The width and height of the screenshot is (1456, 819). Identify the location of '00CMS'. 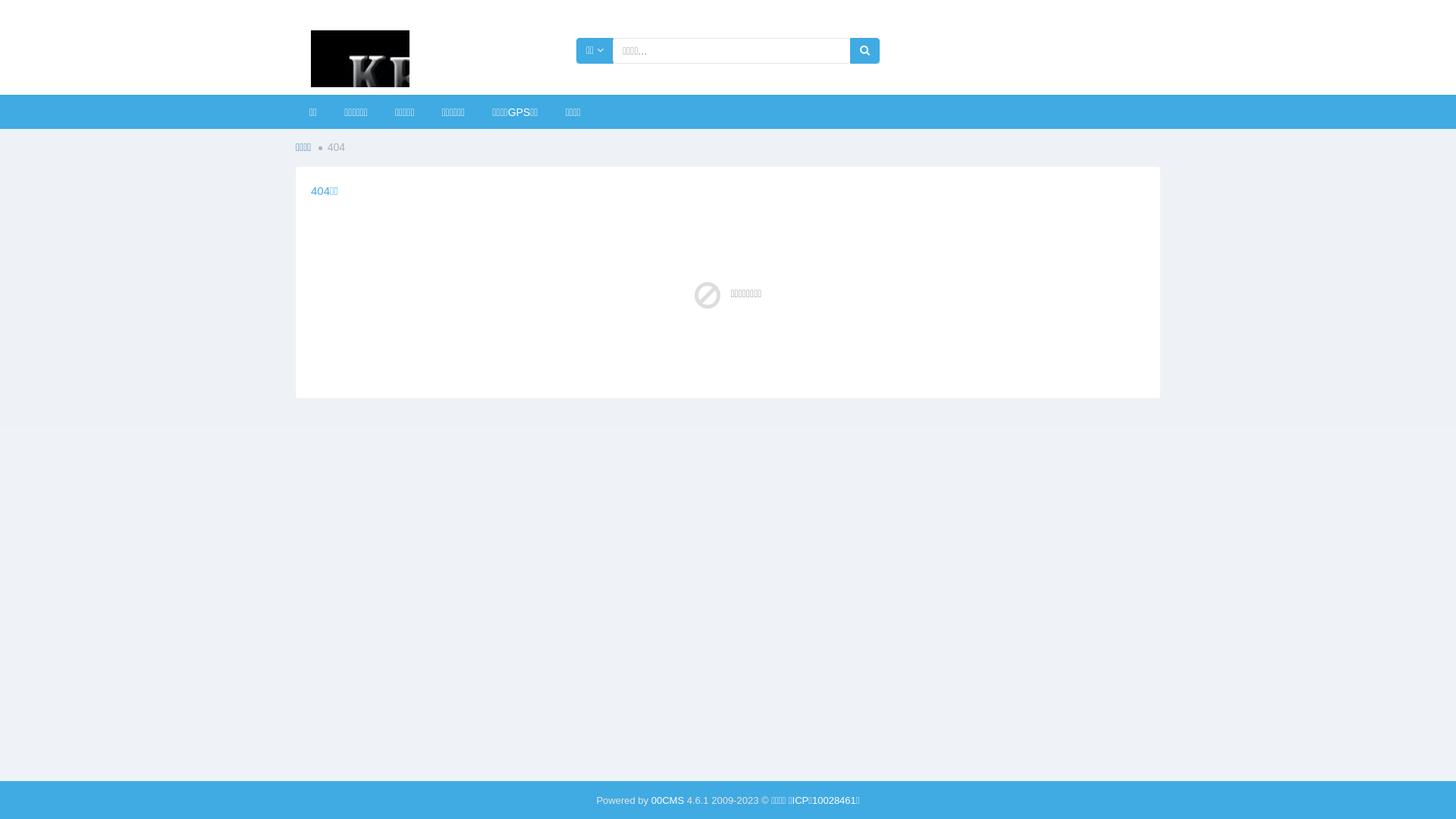
(667, 799).